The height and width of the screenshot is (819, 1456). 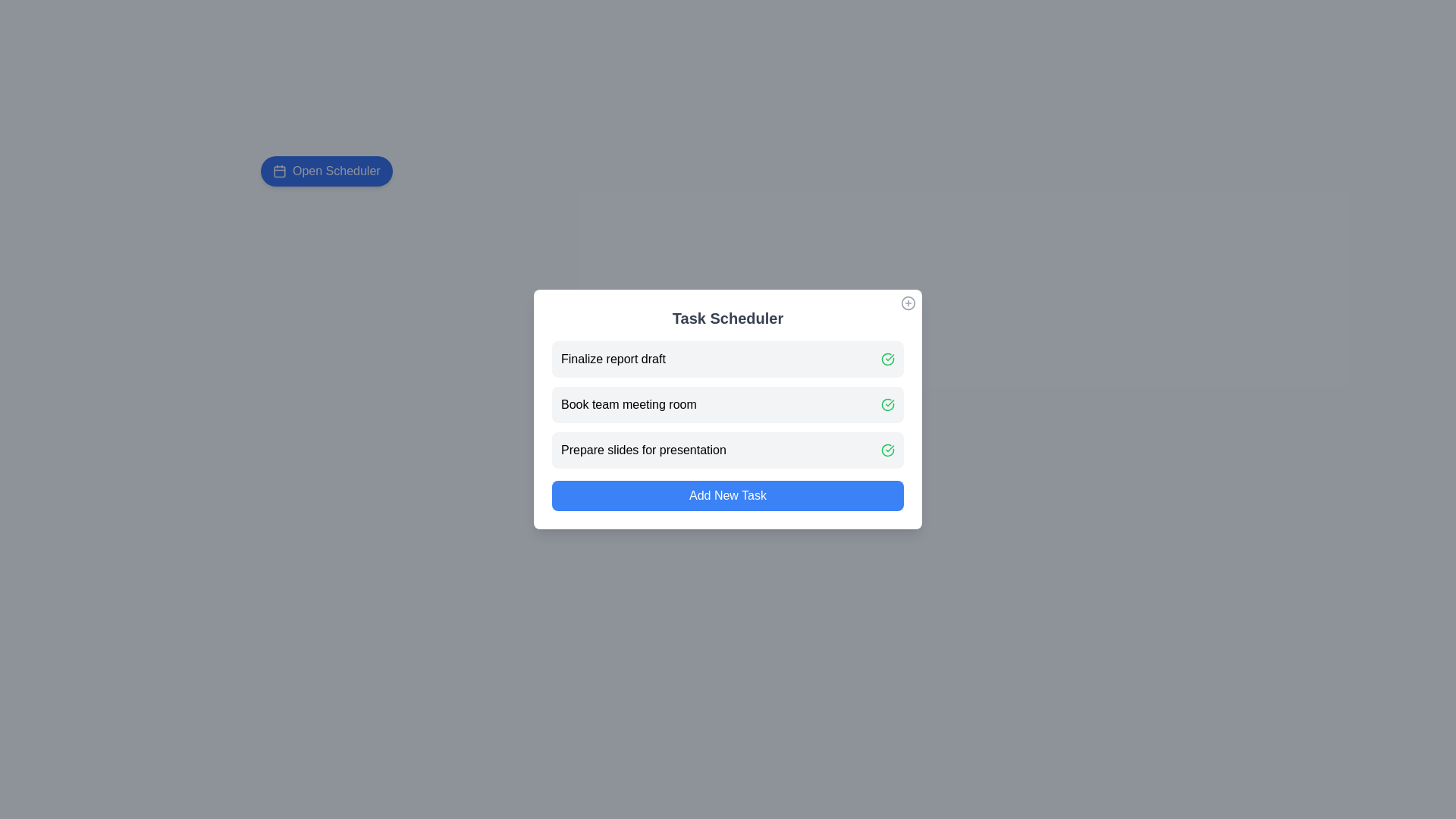 What do you see at coordinates (888, 359) in the screenshot?
I see `the green circular icon with a checkmark inside, located to the far right within the 'Finalize report draft' row of the 'Task Scheduler' panel` at bounding box center [888, 359].